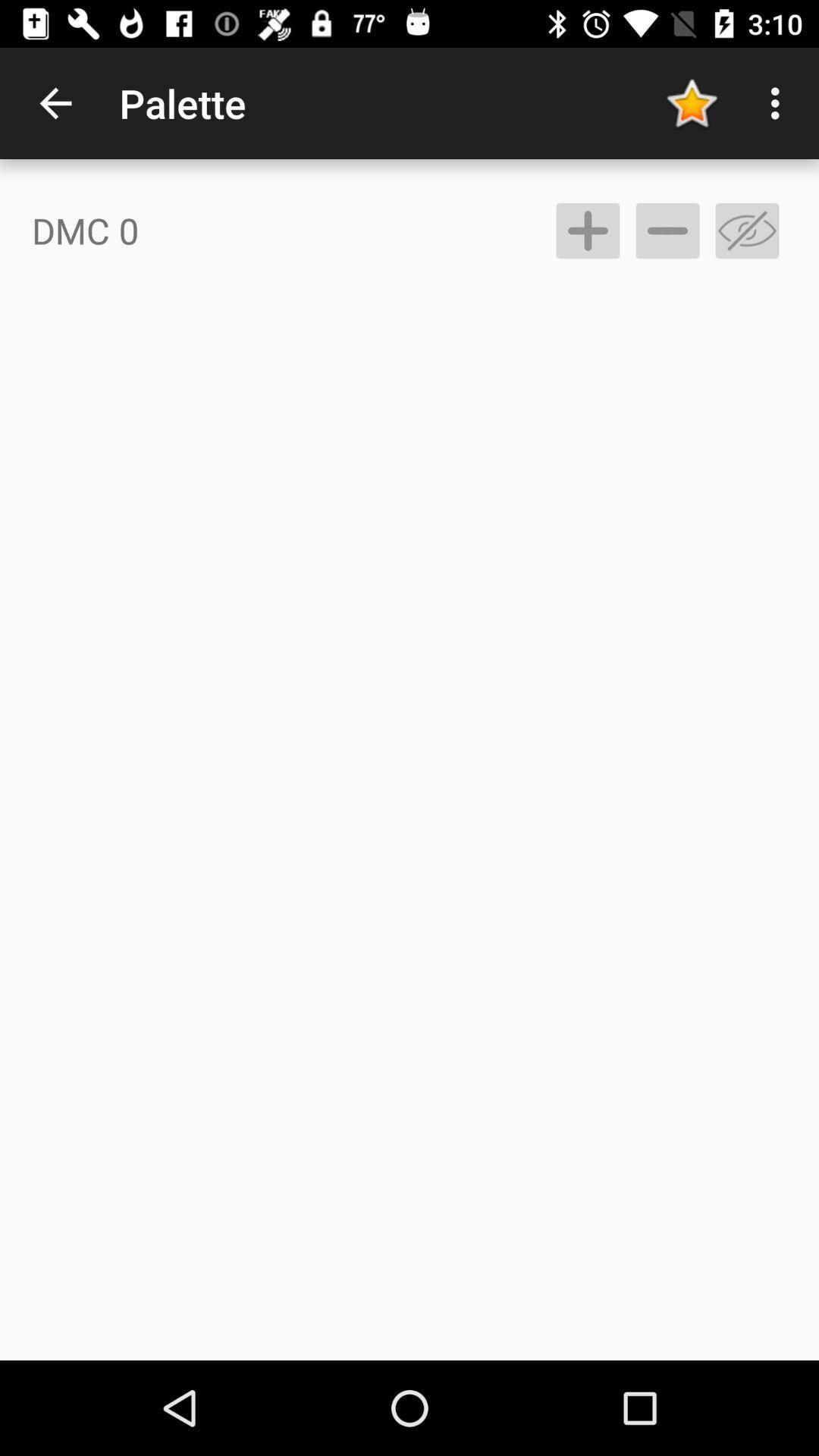 This screenshot has height=1456, width=819. What do you see at coordinates (691, 102) in the screenshot?
I see `item next to the palette app` at bounding box center [691, 102].